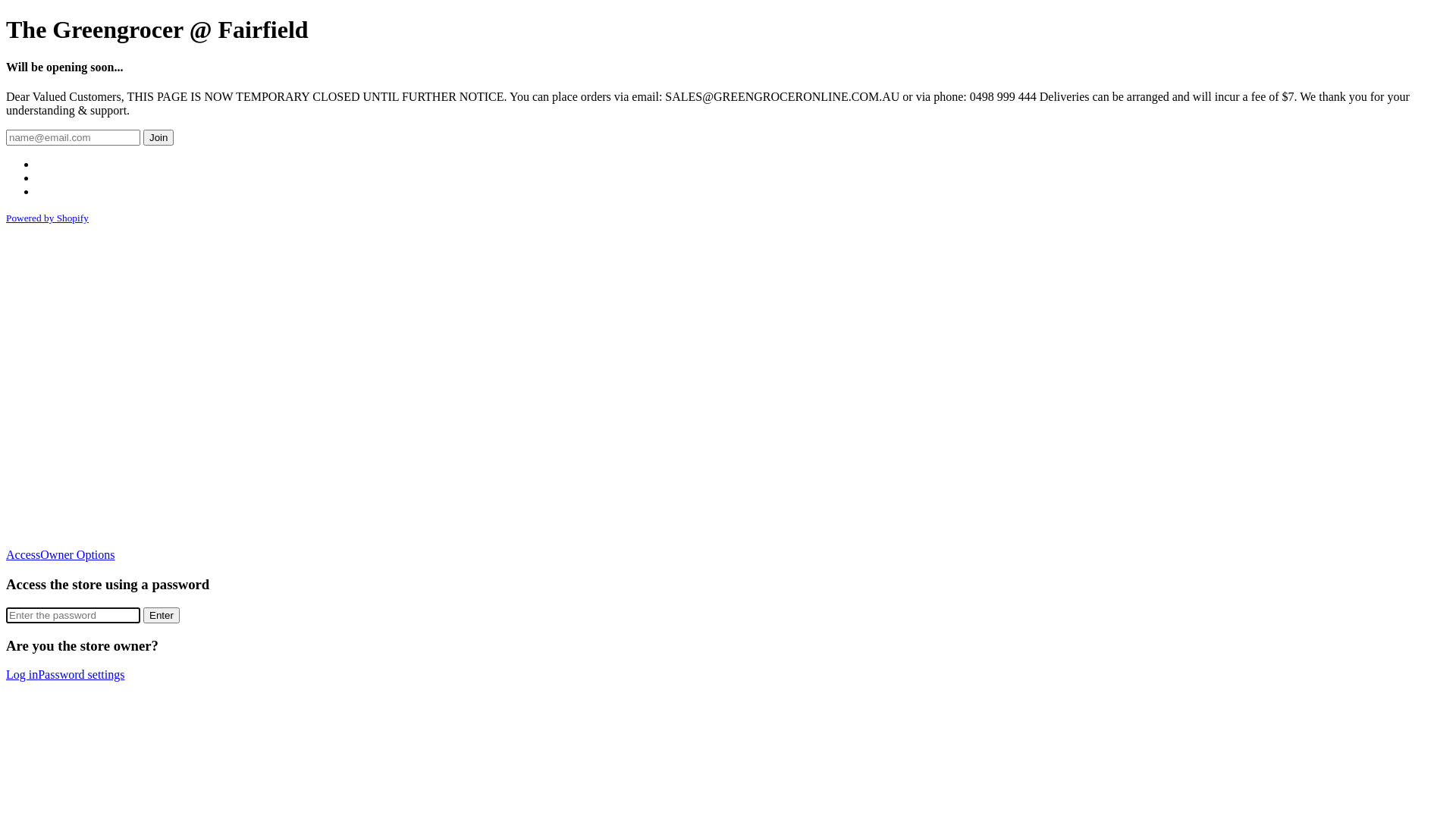 The width and height of the screenshot is (1456, 819). What do you see at coordinates (143, 615) in the screenshot?
I see `'Enter'` at bounding box center [143, 615].